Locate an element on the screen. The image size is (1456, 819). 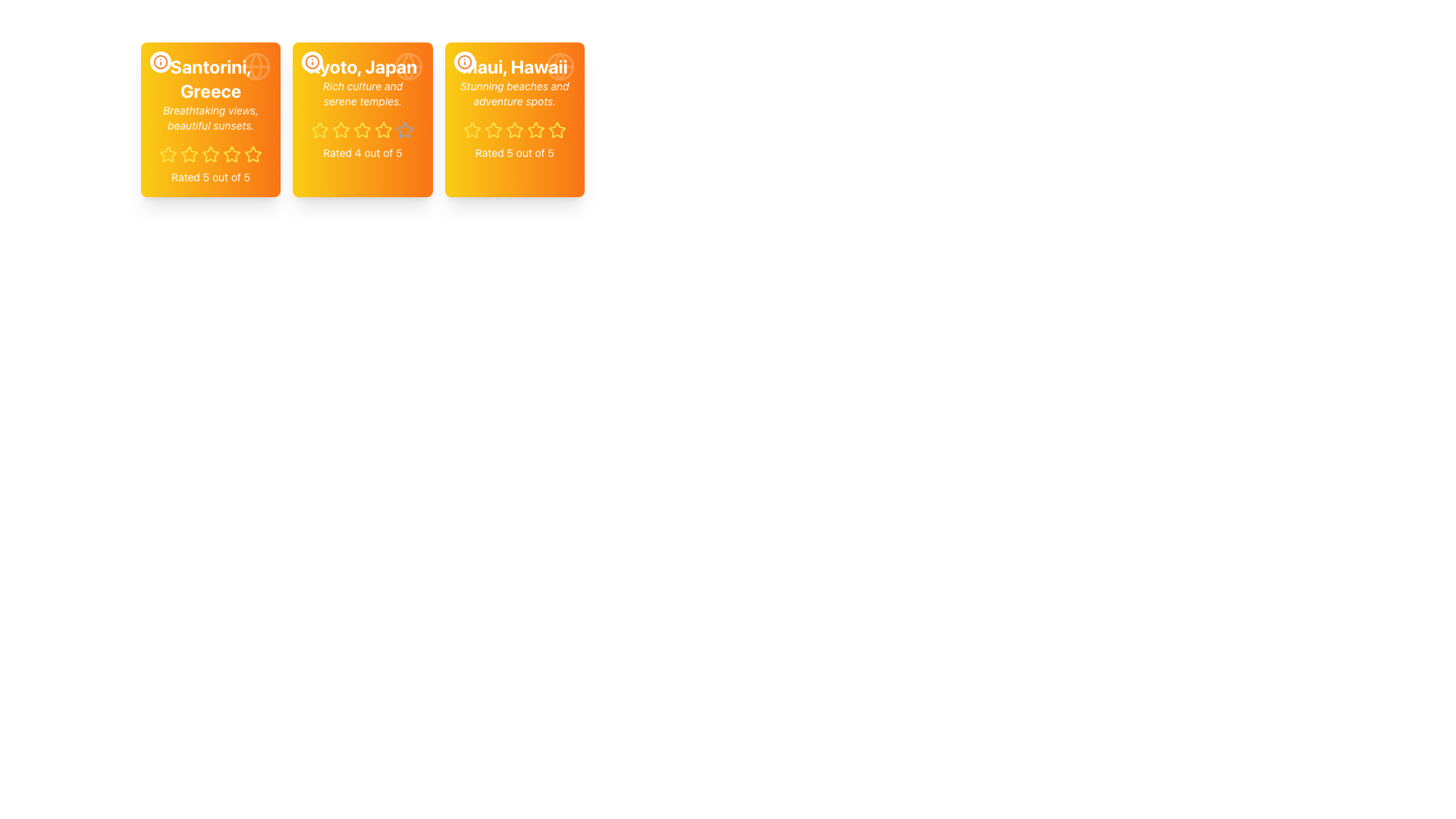
the Text Label that displays the rating information for the associated item, located below the row of star icons in the leftmost card is located at coordinates (210, 177).